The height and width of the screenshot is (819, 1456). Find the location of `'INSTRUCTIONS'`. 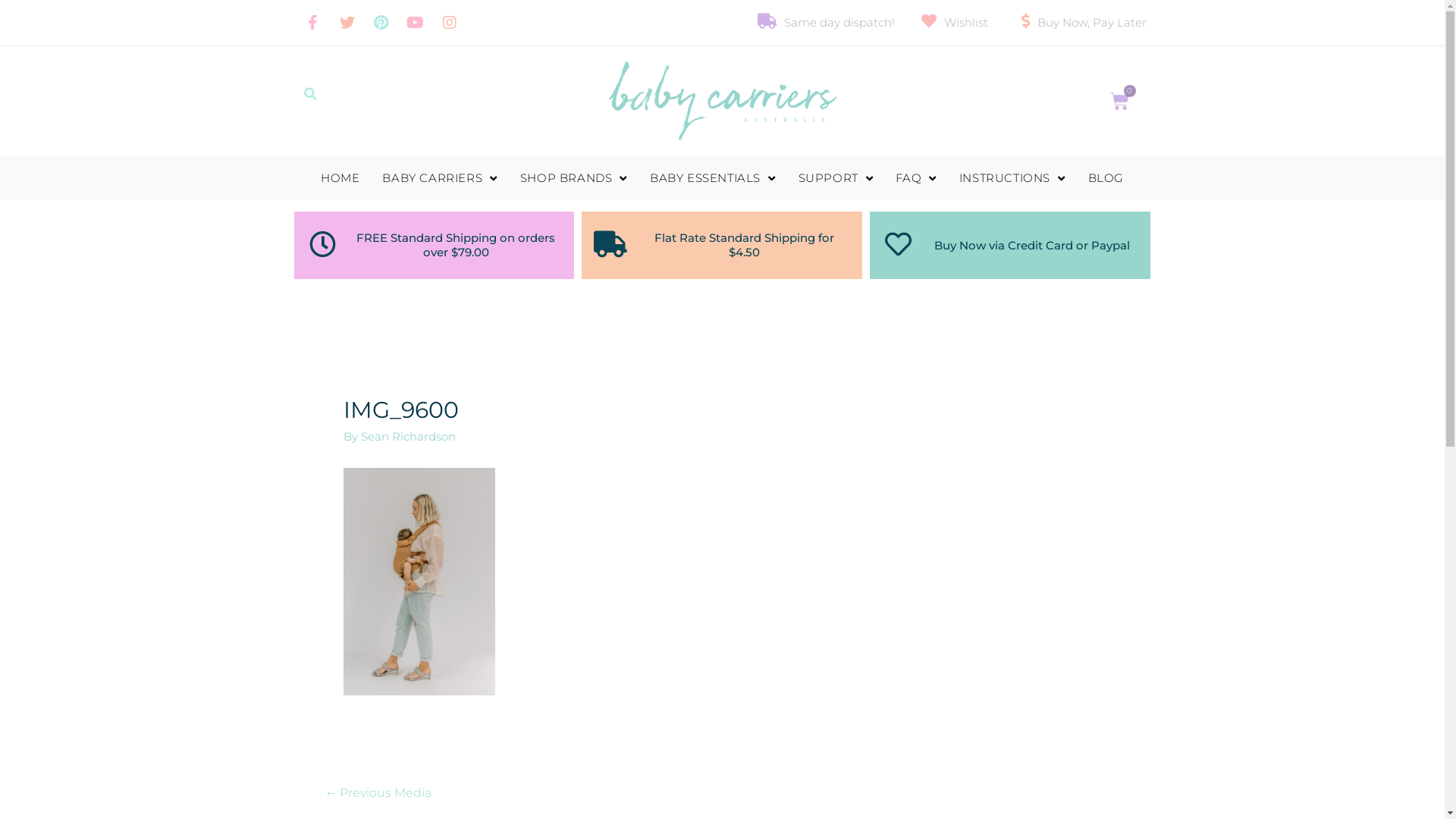

'INSTRUCTIONS' is located at coordinates (1012, 177).